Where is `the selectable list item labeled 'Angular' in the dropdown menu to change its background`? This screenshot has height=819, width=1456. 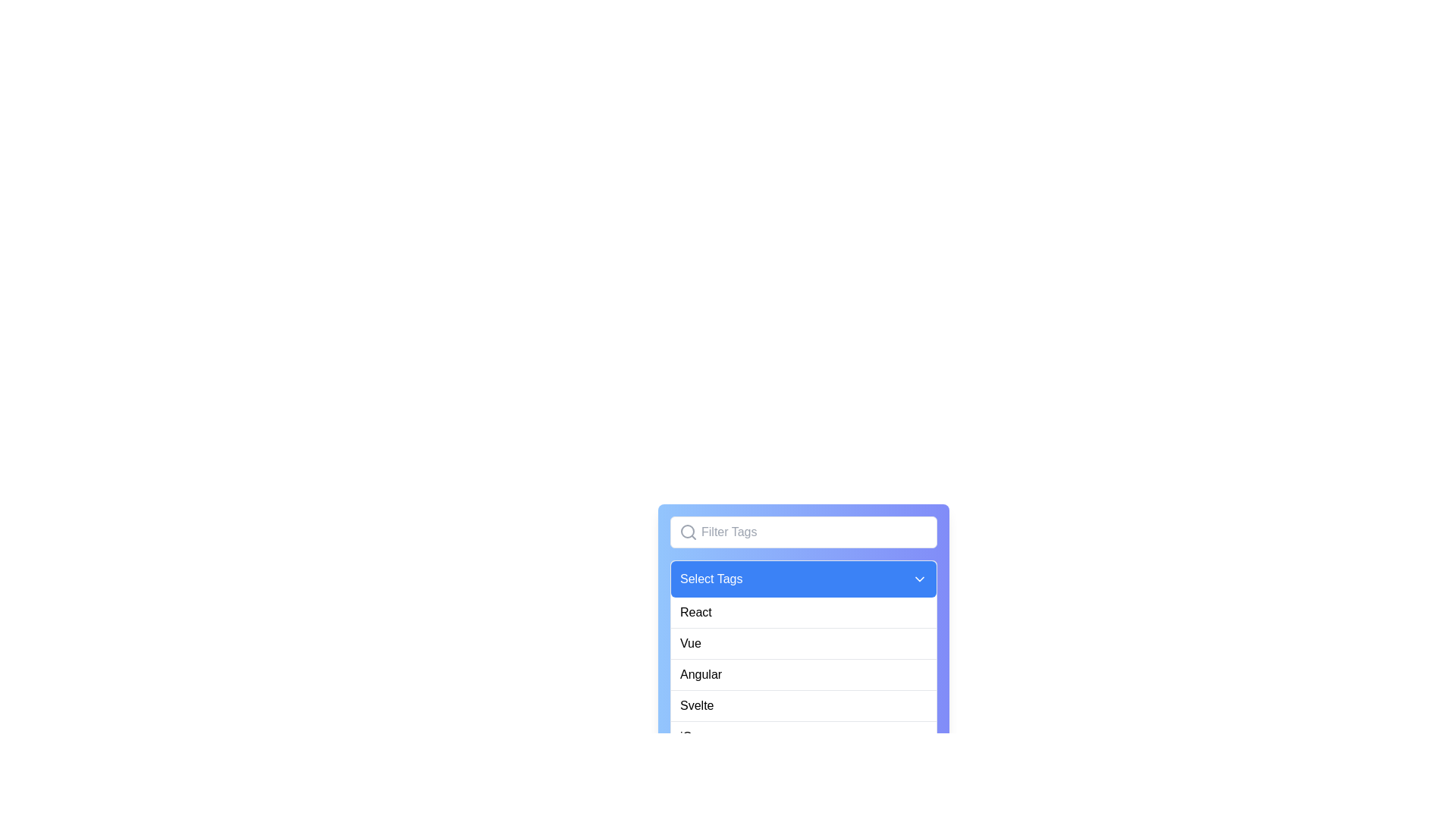
the selectable list item labeled 'Angular' in the dropdown menu to change its background is located at coordinates (803, 674).